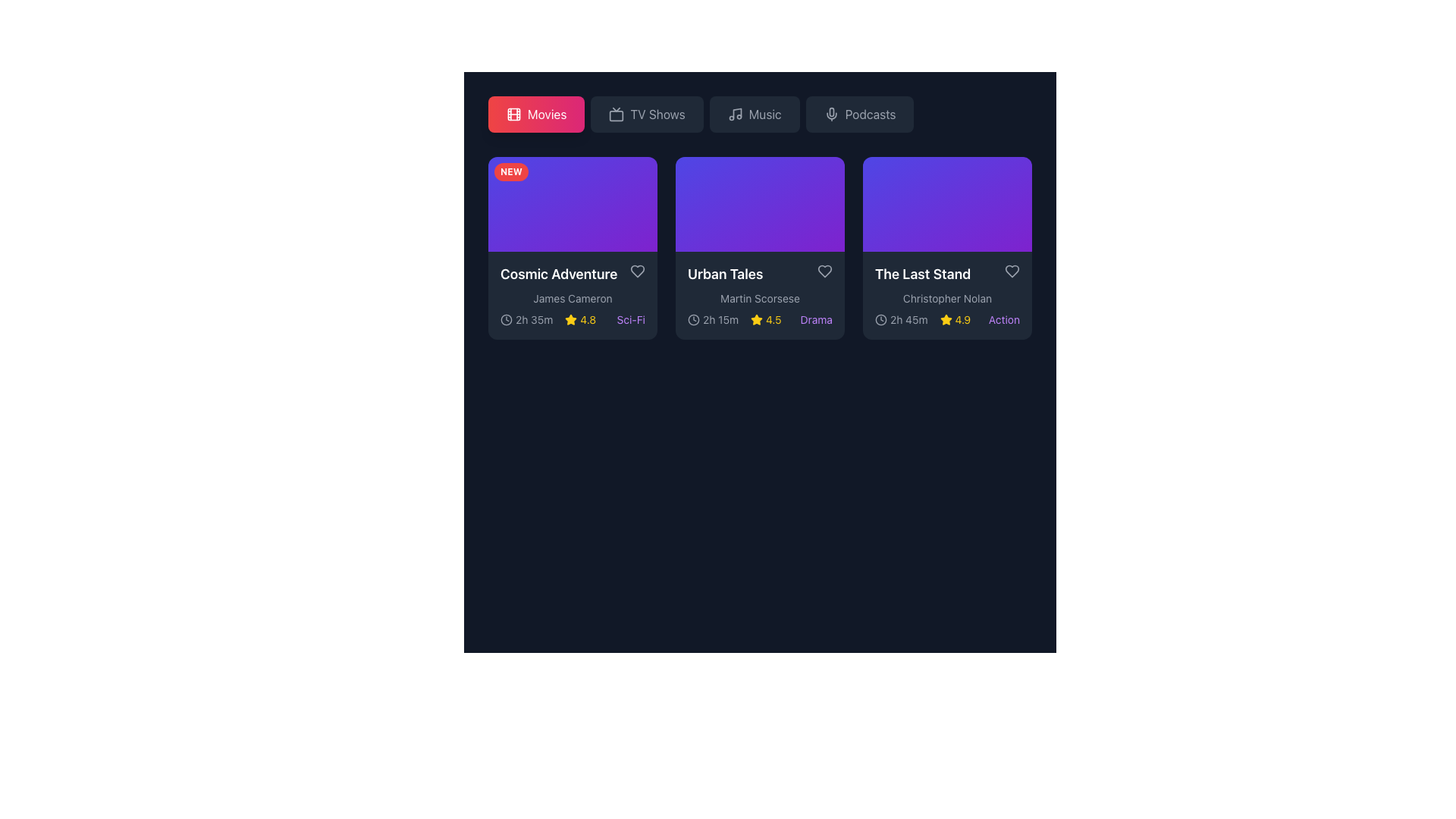 The width and height of the screenshot is (1456, 819). Describe the element at coordinates (534, 319) in the screenshot. I see `the text label displaying '2h 35m' indicating a duration, which is styled in gray and positioned beneath the movie title 'Cosmic Adventure' and to the right of a clock icon` at that location.